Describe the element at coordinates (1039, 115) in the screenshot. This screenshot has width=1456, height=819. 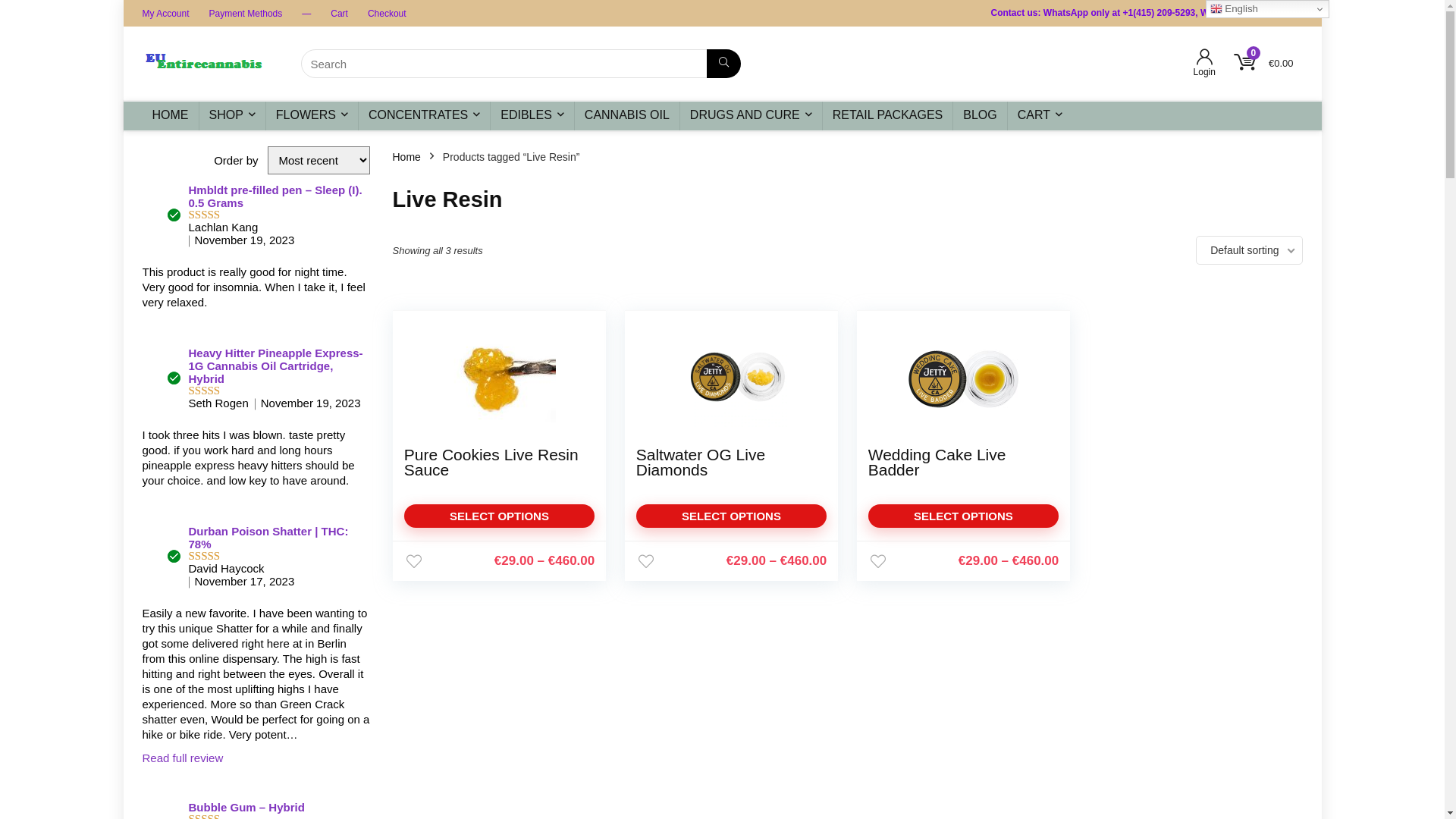
I see `'CART'` at that location.